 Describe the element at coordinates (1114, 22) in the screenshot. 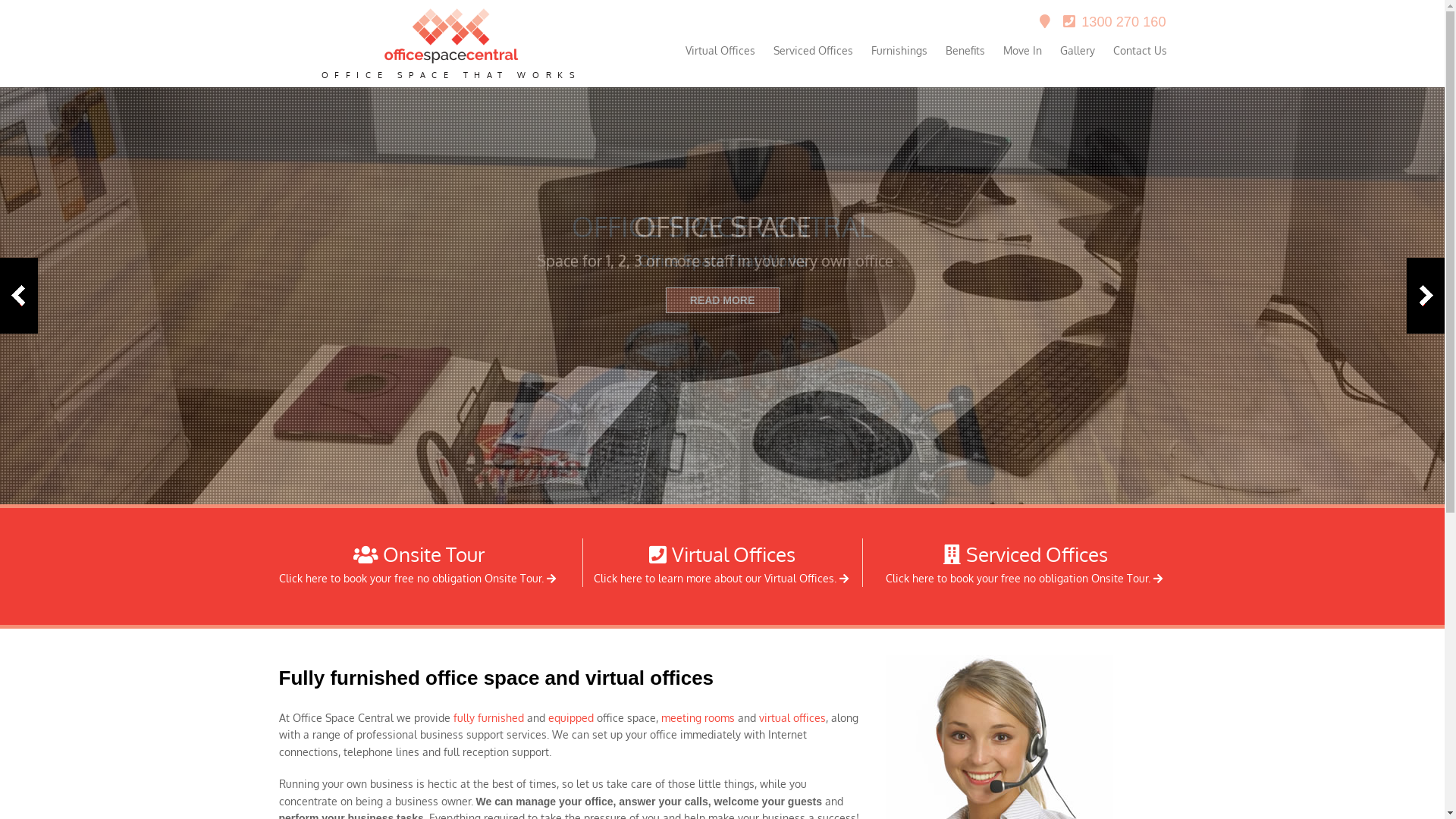

I see `'  1300 270 160'` at that location.